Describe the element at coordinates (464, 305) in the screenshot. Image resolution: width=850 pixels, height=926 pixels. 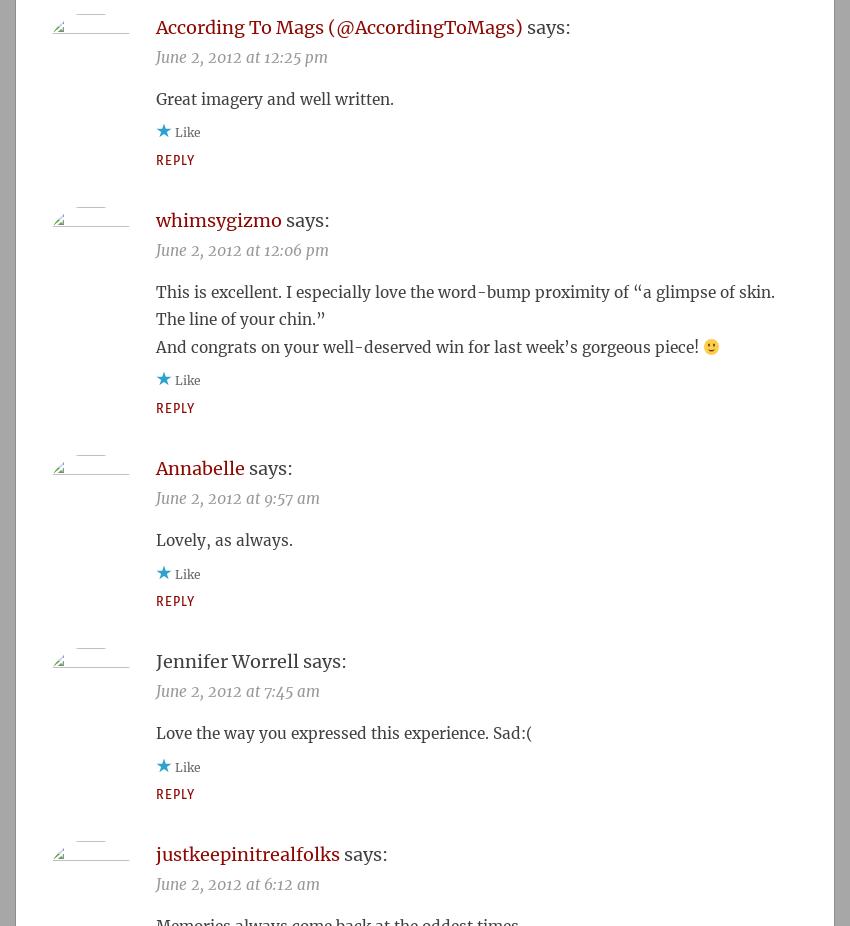
I see `'This is excellent. I especially love the word-bump proximity of “a glimpse of skin. The line of your chin.”'` at that location.